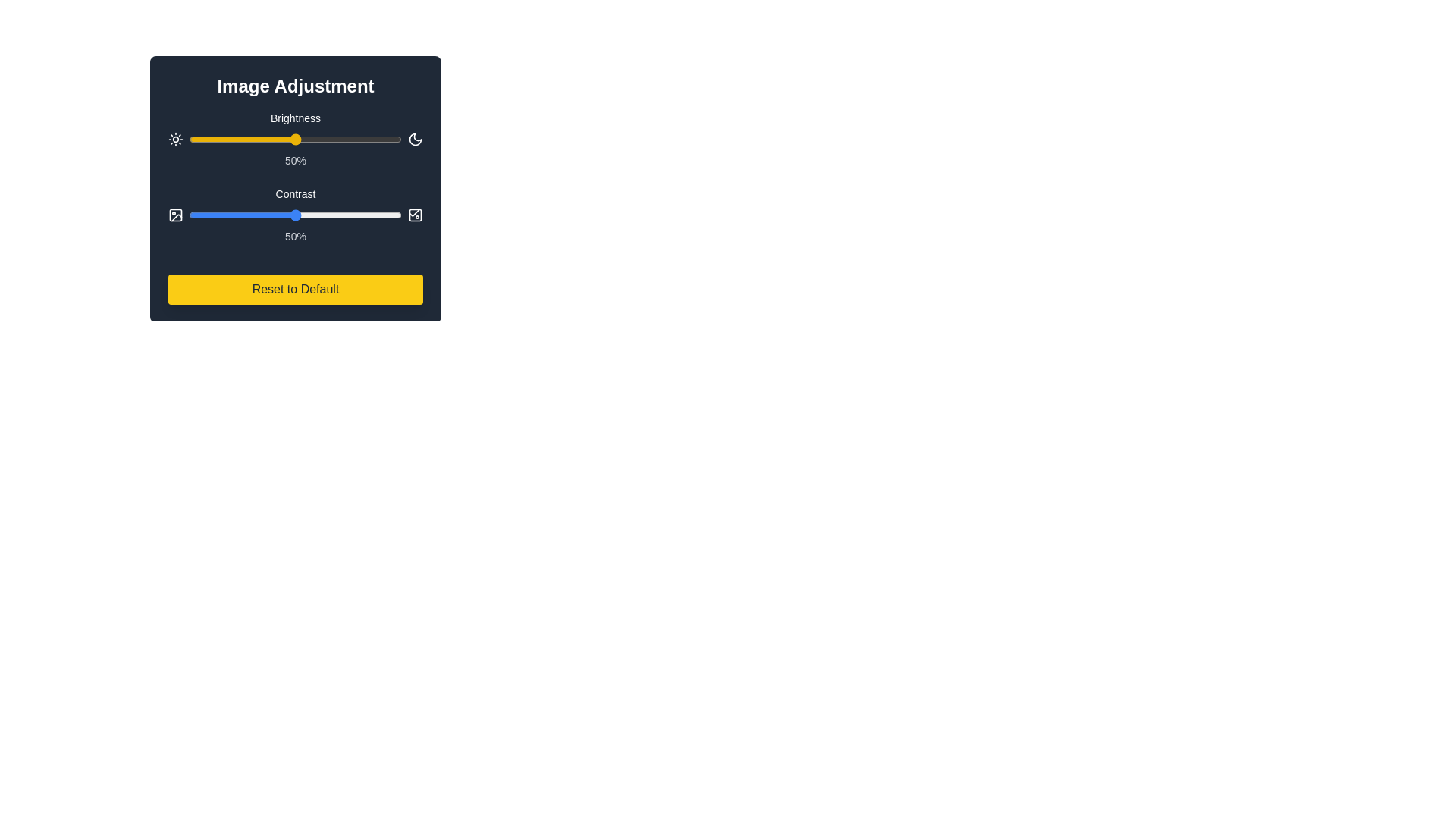 The image size is (1456, 819). What do you see at coordinates (231, 215) in the screenshot?
I see `the contrast level` at bounding box center [231, 215].